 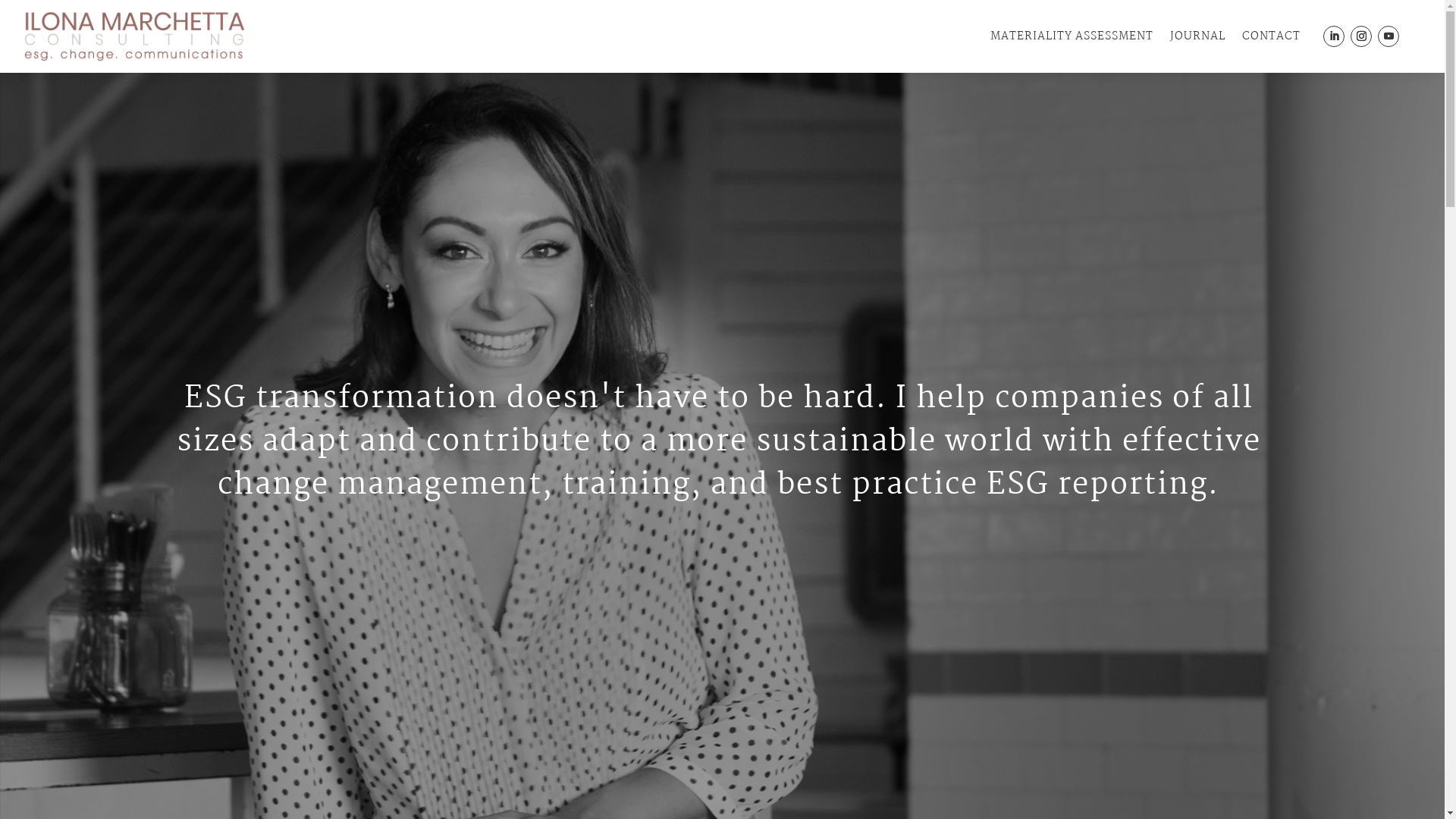 I want to click on 'MATERIALITY ASSESSMENT', so click(x=1071, y=35).